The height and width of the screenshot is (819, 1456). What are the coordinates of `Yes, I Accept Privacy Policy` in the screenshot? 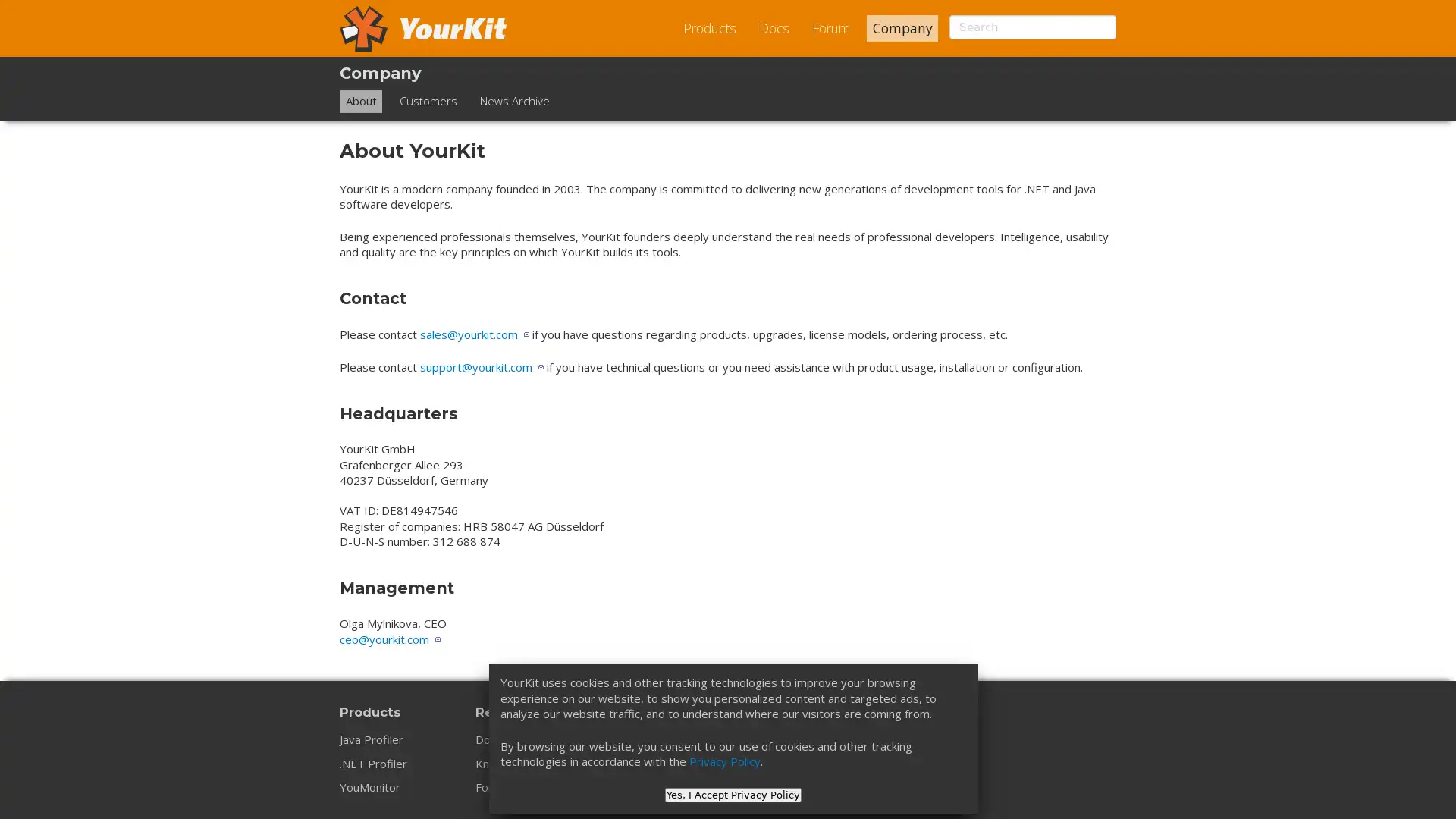 It's located at (733, 793).